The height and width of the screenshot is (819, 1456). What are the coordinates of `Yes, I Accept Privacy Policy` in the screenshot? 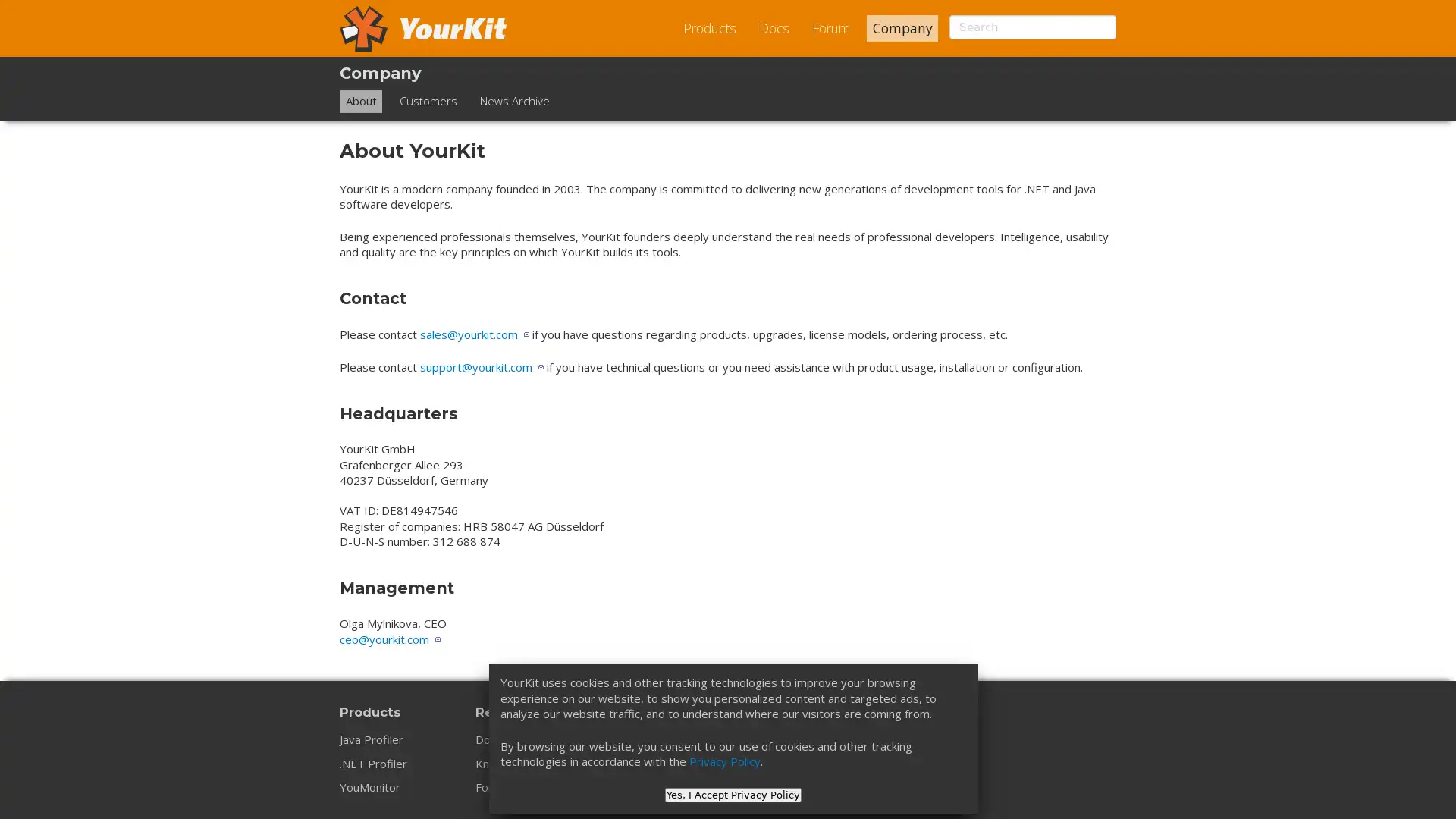 It's located at (733, 793).